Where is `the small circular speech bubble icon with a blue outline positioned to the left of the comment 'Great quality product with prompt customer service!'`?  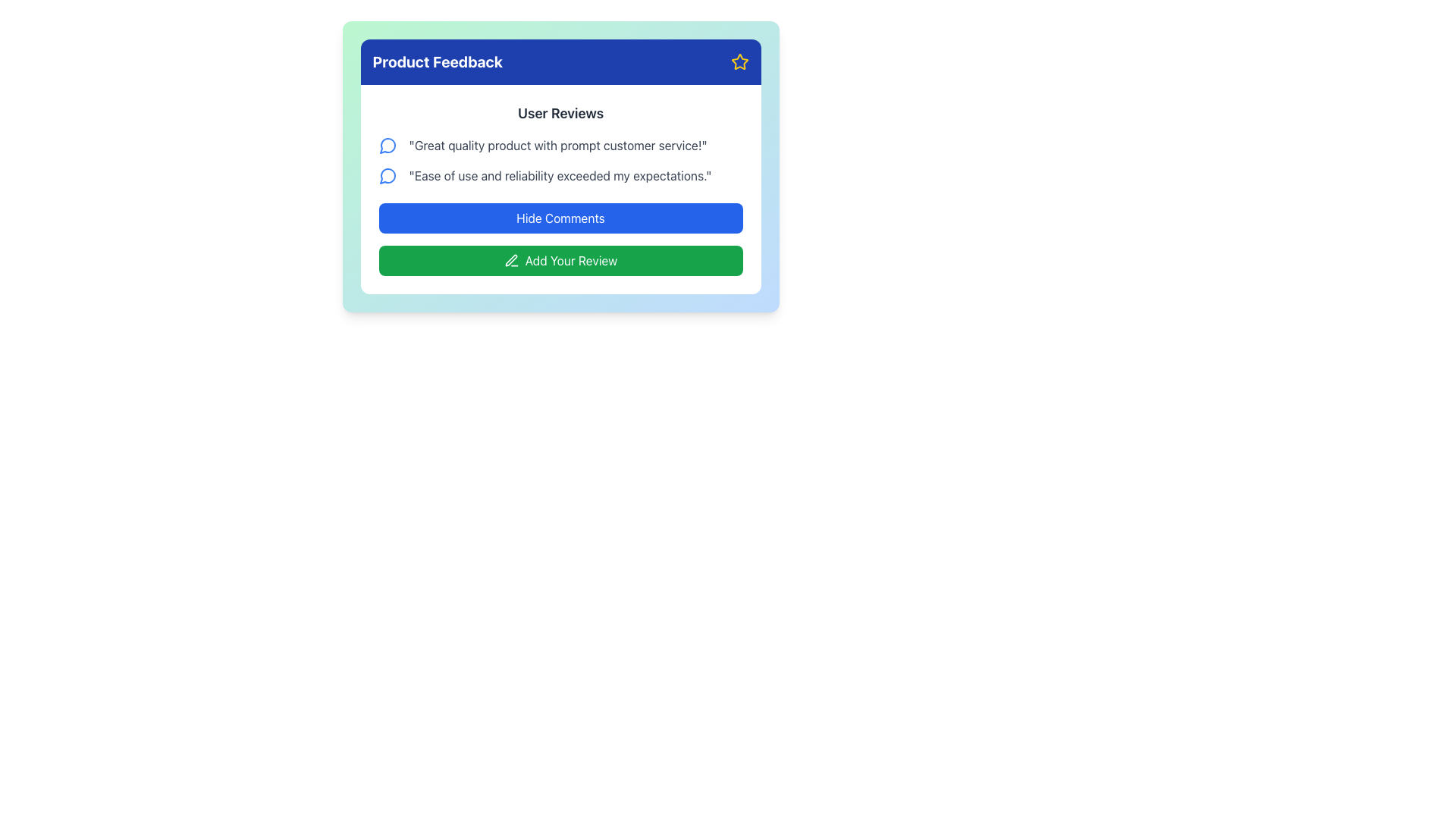
the small circular speech bubble icon with a blue outline positioned to the left of the comment 'Great quality product with prompt customer service!' is located at coordinates (388, 146).